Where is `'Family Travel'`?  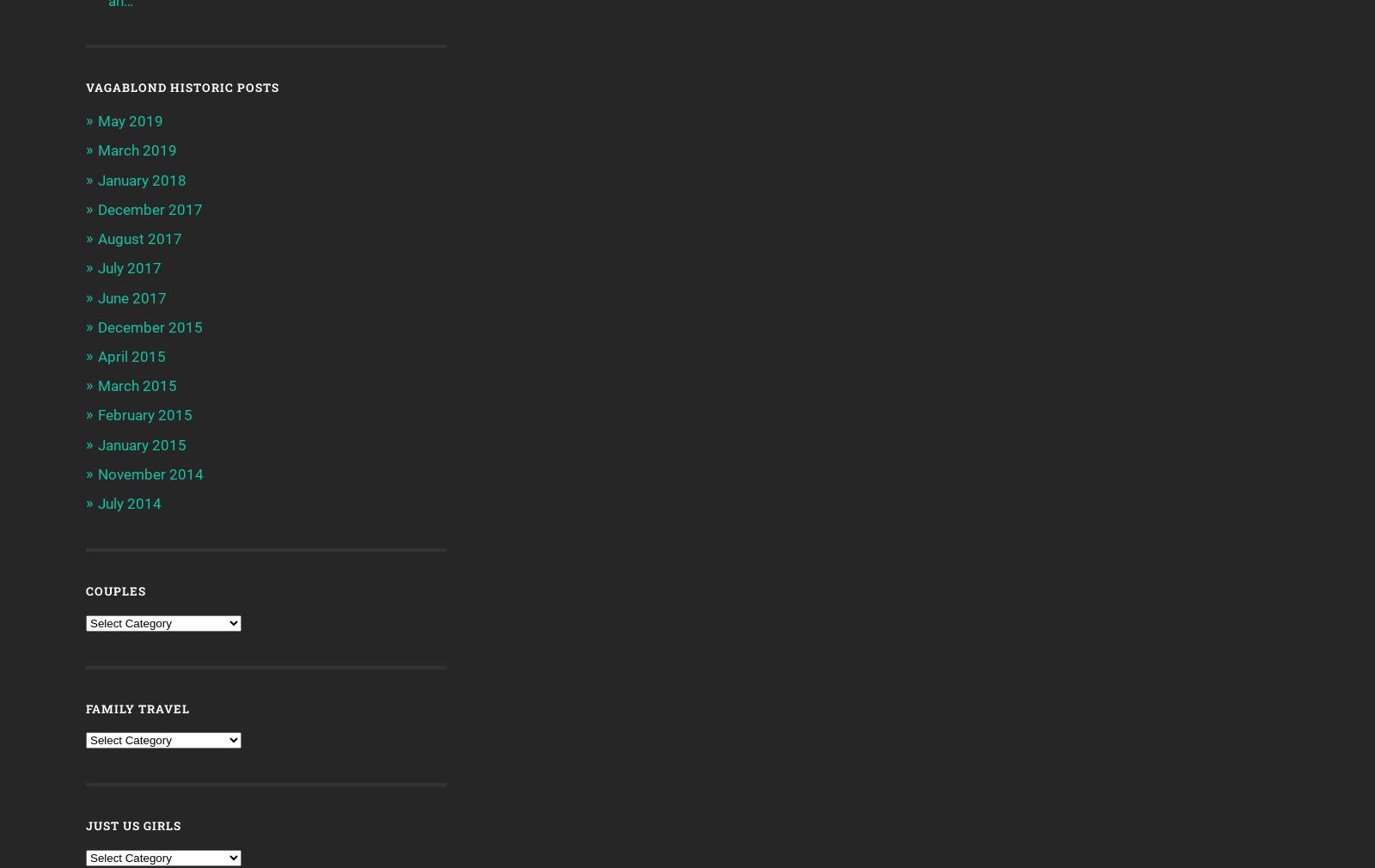 'Family Travel' is located at coordinates (137, 707).